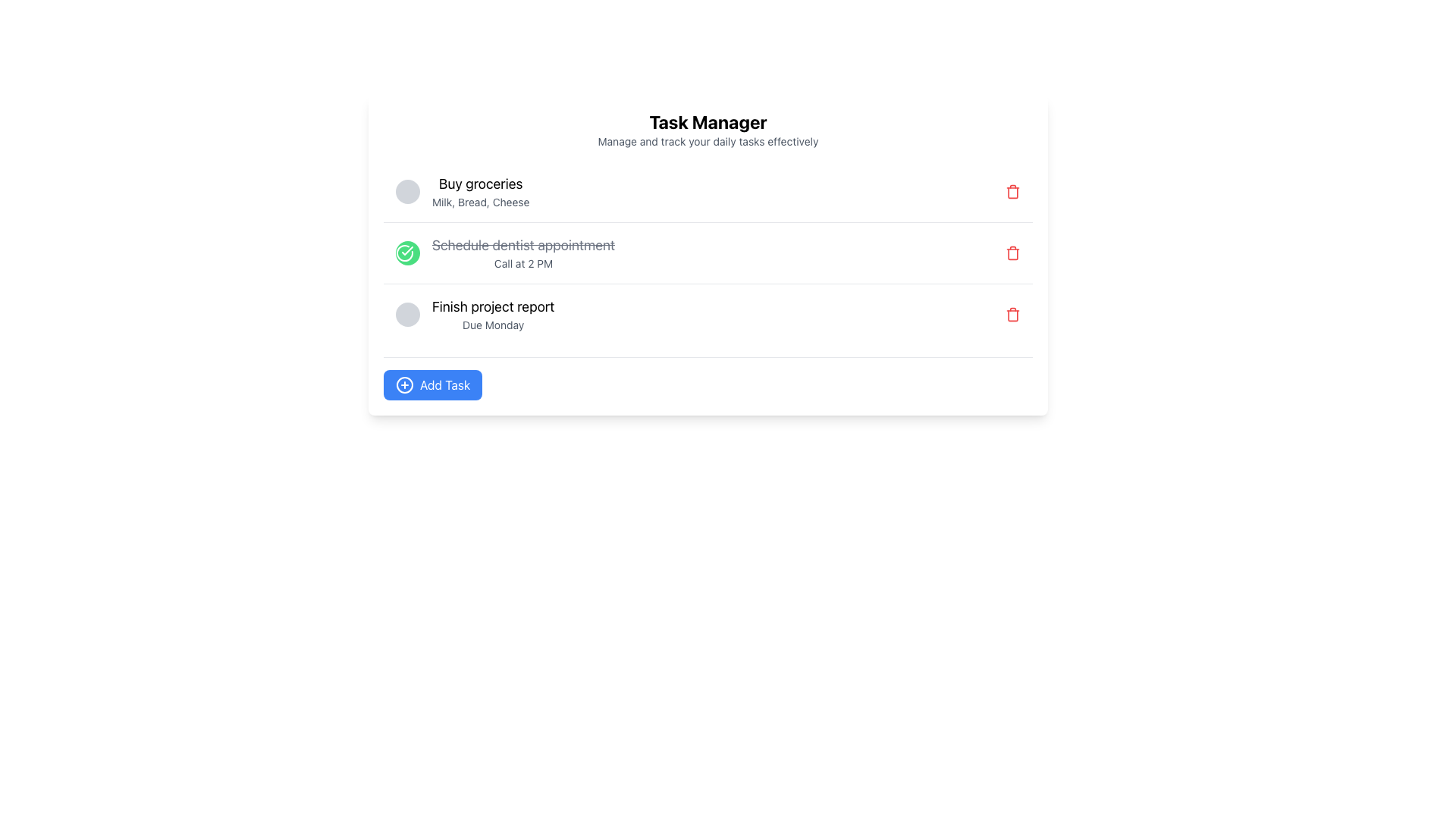 This screenshot has height=819, width=1456. Describe the element at coordinates (404, 253) in the screenshot. I see `the circular green vector graphic that resembles a checkmark, located within the task item titled 'Schedule dentist appointment'` at that location.